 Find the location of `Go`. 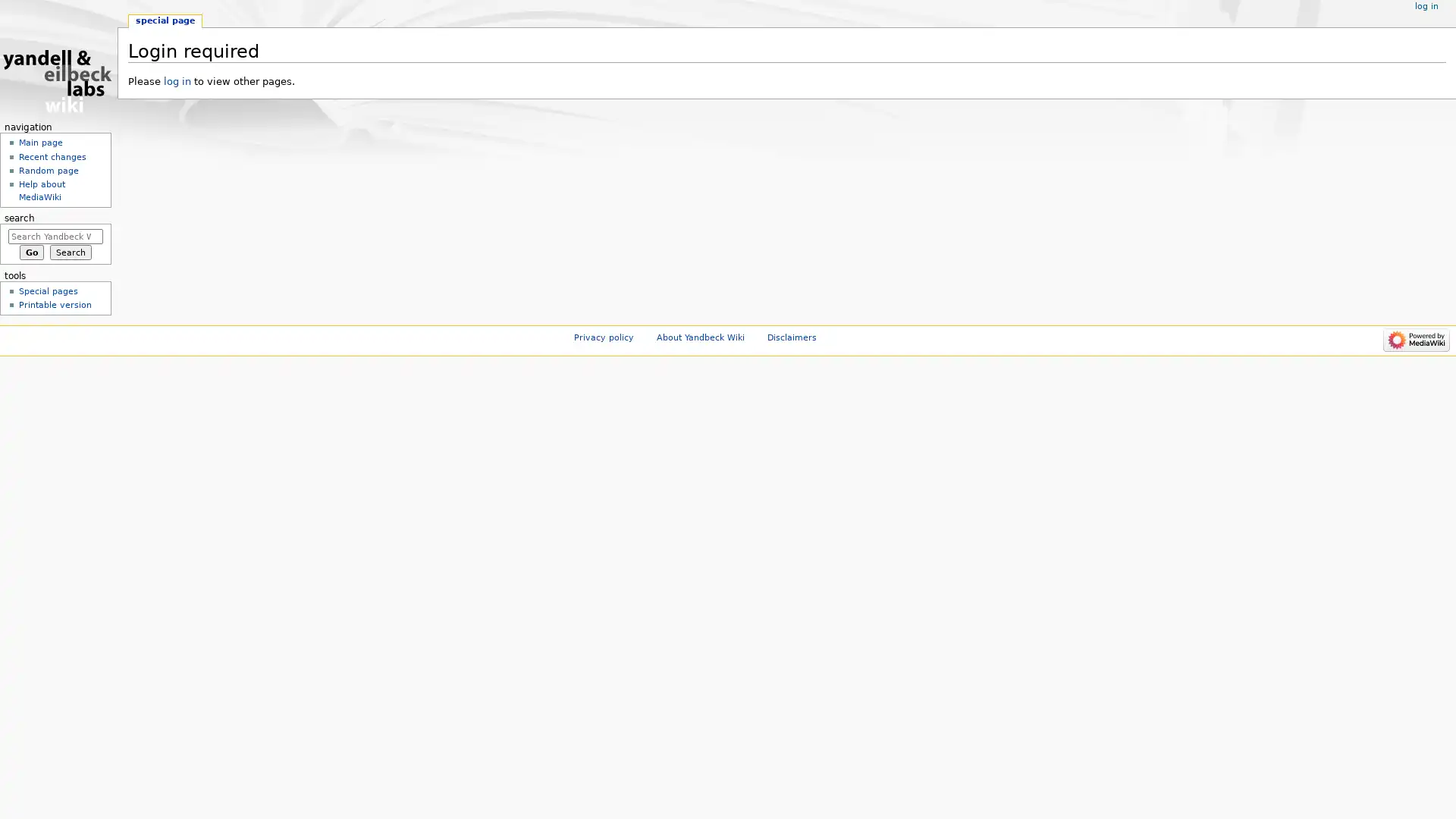

Go is located at coordinates (31, 251).